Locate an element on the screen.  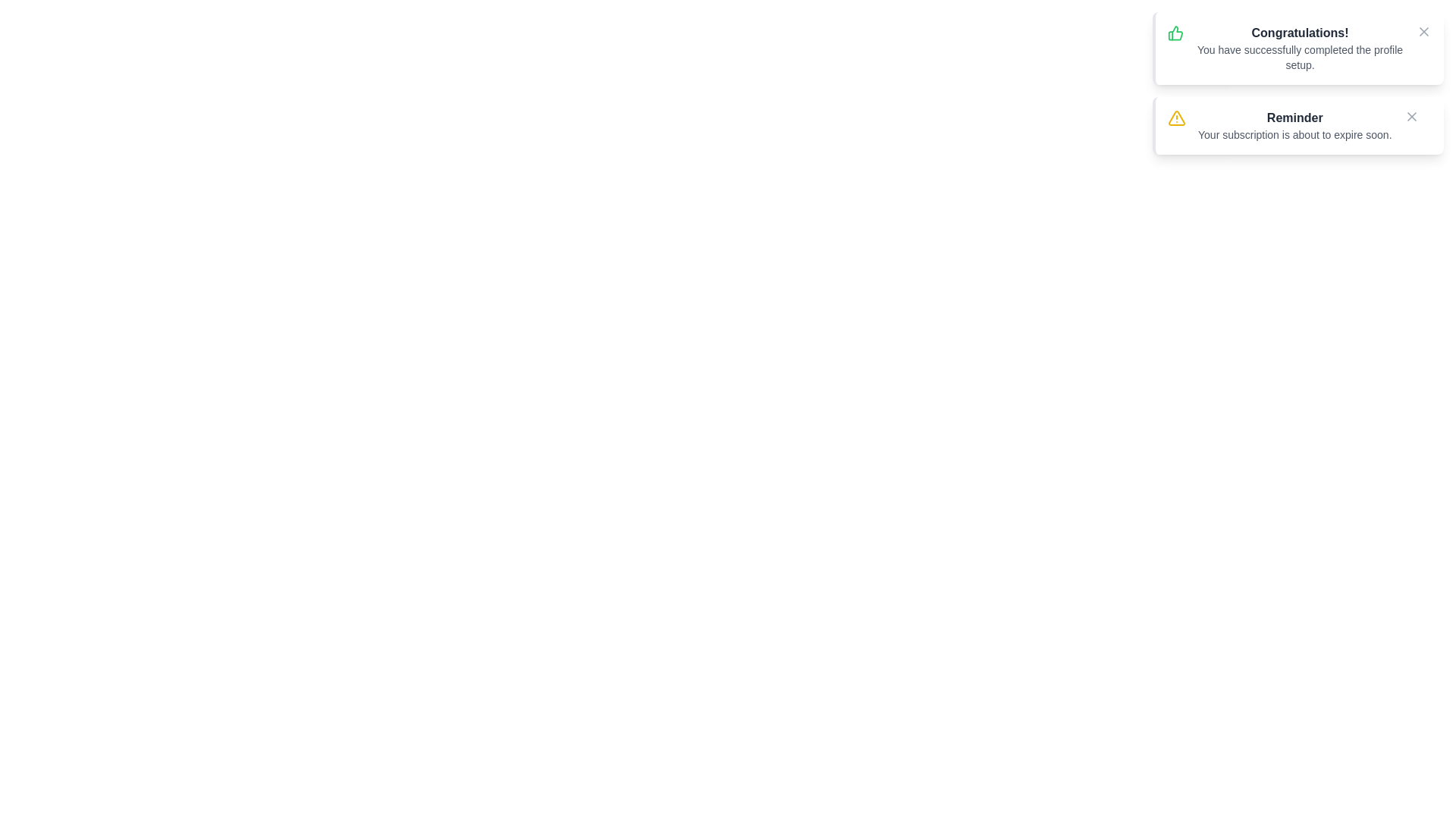
the notification with title 'Congratulations!' is located at coordinates (1298, 48).